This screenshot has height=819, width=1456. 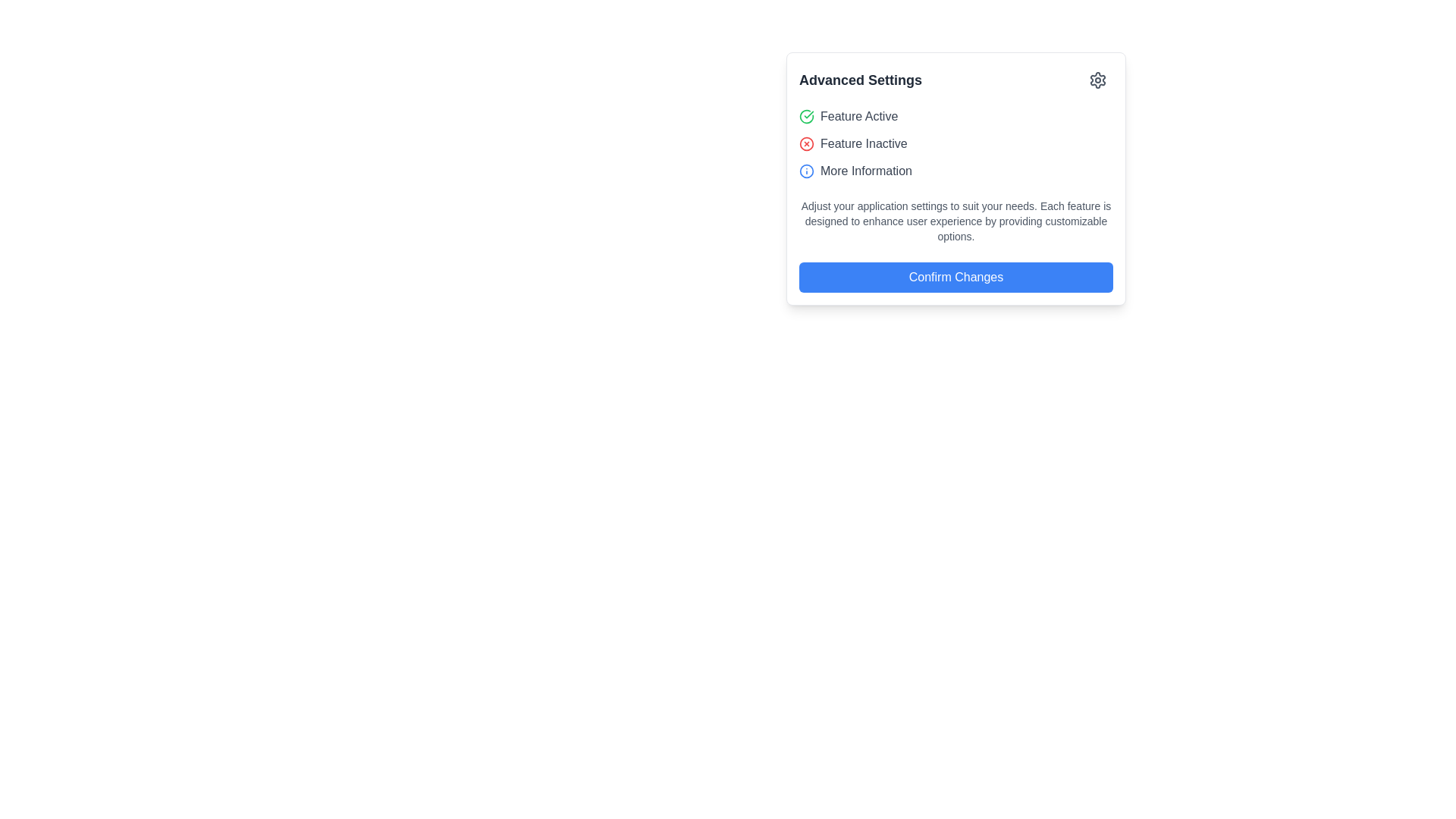 What do you see at coordinates (806, 116) in the screenshot?
I see `the circular green checkmark icon in the 'Advanced Settings' modal, located to the left of the 'Feature Active' label` at bounding box center [806, 116].